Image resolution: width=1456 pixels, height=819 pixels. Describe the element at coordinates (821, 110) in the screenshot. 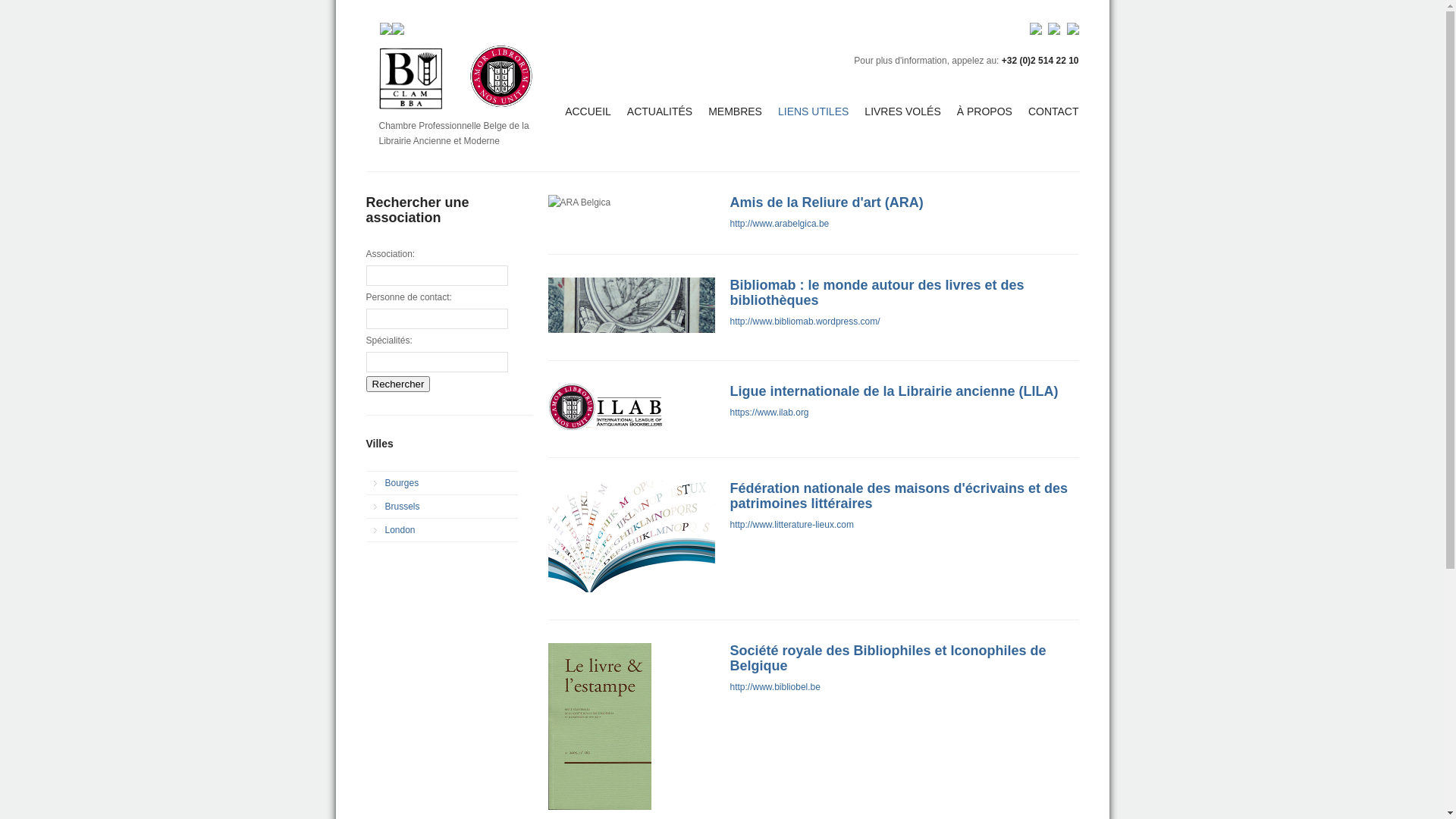

I see `'LIENS UTILES'` at that location.